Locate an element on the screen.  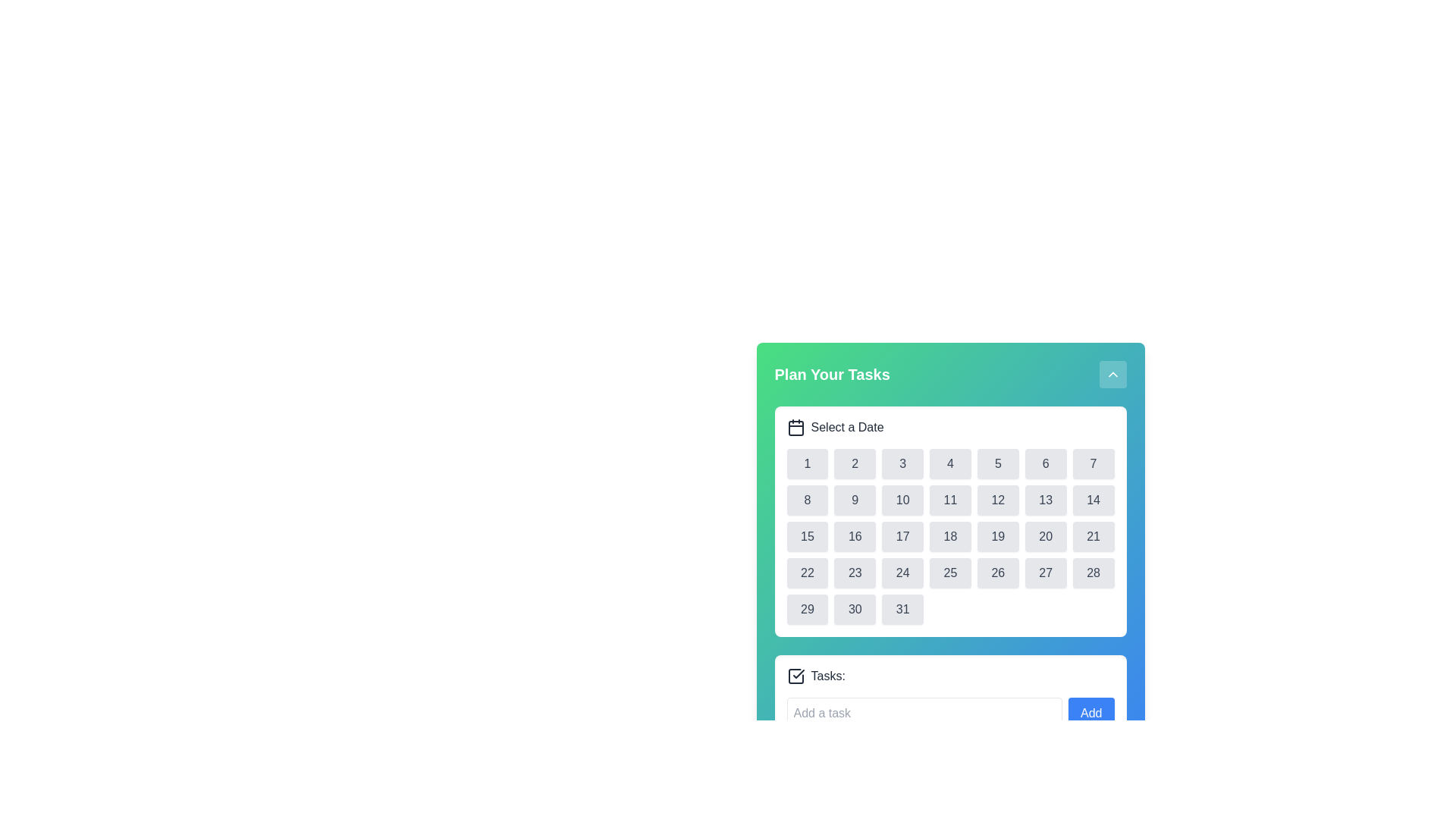
the button that selects the date '13' in the calendar interface within the 'Select a Date' calendar picker is located at coordinates (1045, 500).